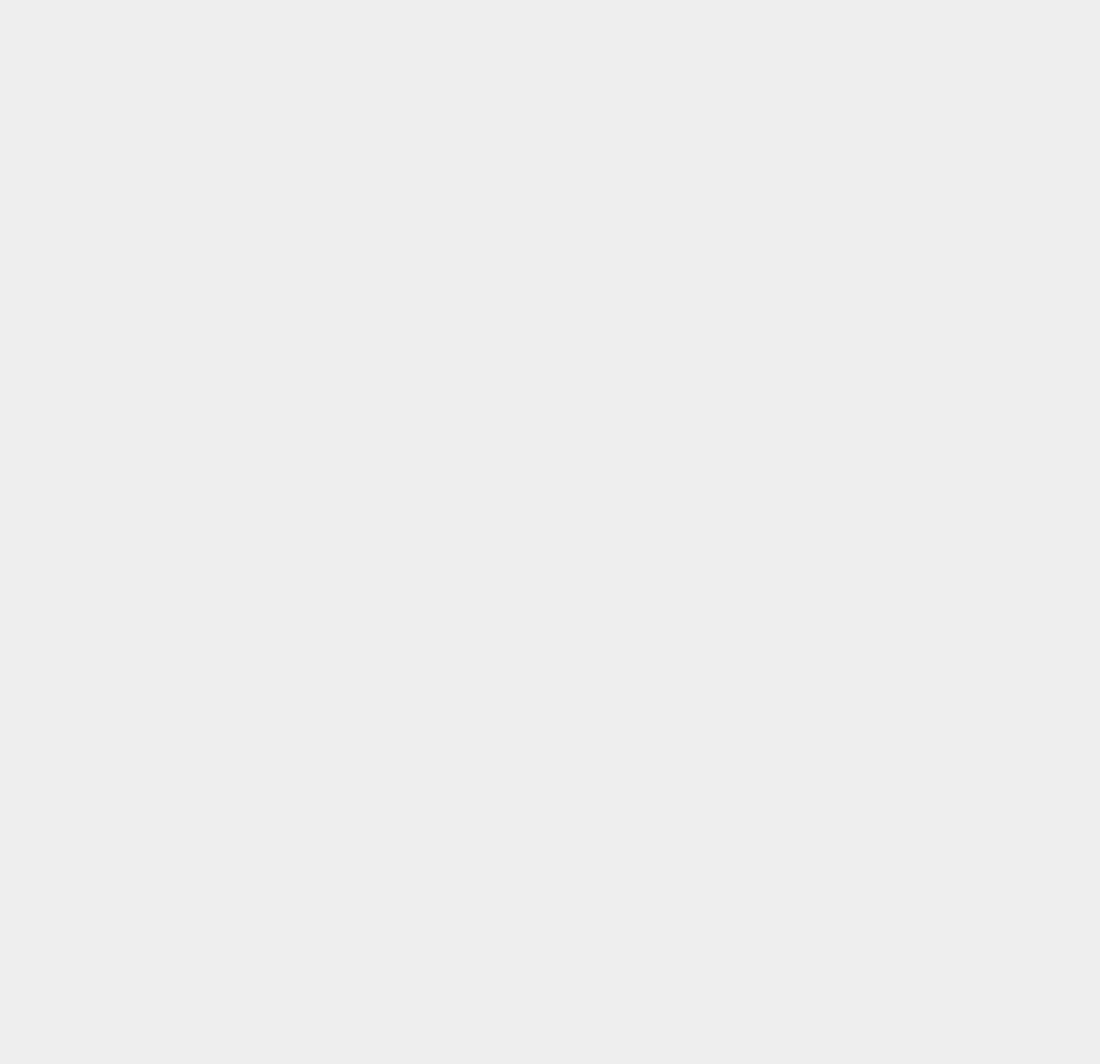 Image resolution: width=1100 pixels, height=1064 pixels. I want to click on 'eReader', so click(803, 1035).